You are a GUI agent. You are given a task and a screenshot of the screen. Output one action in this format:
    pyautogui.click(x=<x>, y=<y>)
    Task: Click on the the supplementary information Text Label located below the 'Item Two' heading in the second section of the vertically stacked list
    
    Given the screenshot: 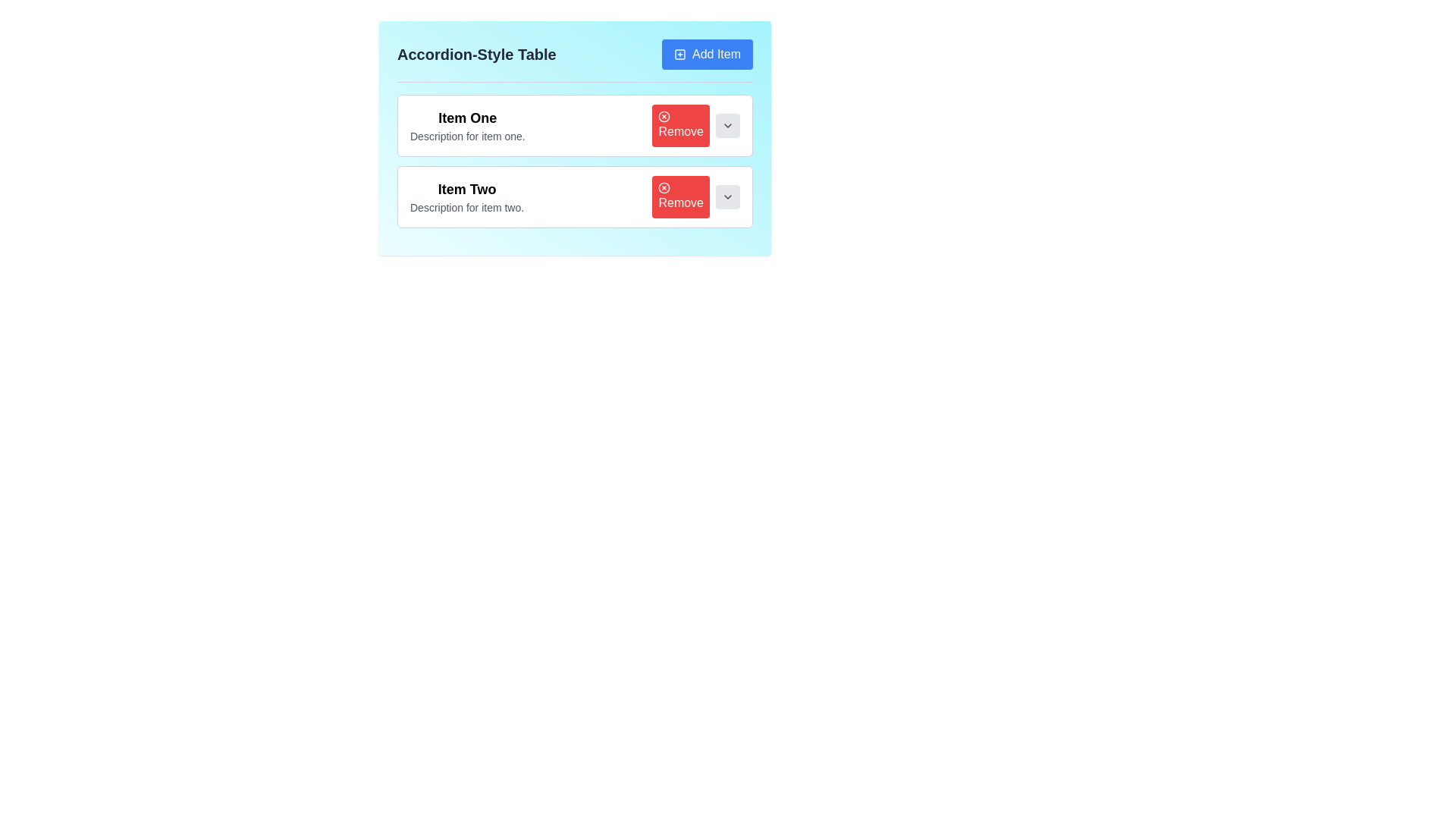 What is the action you would take?
    pyautogui.click(x=466, y=207)
    